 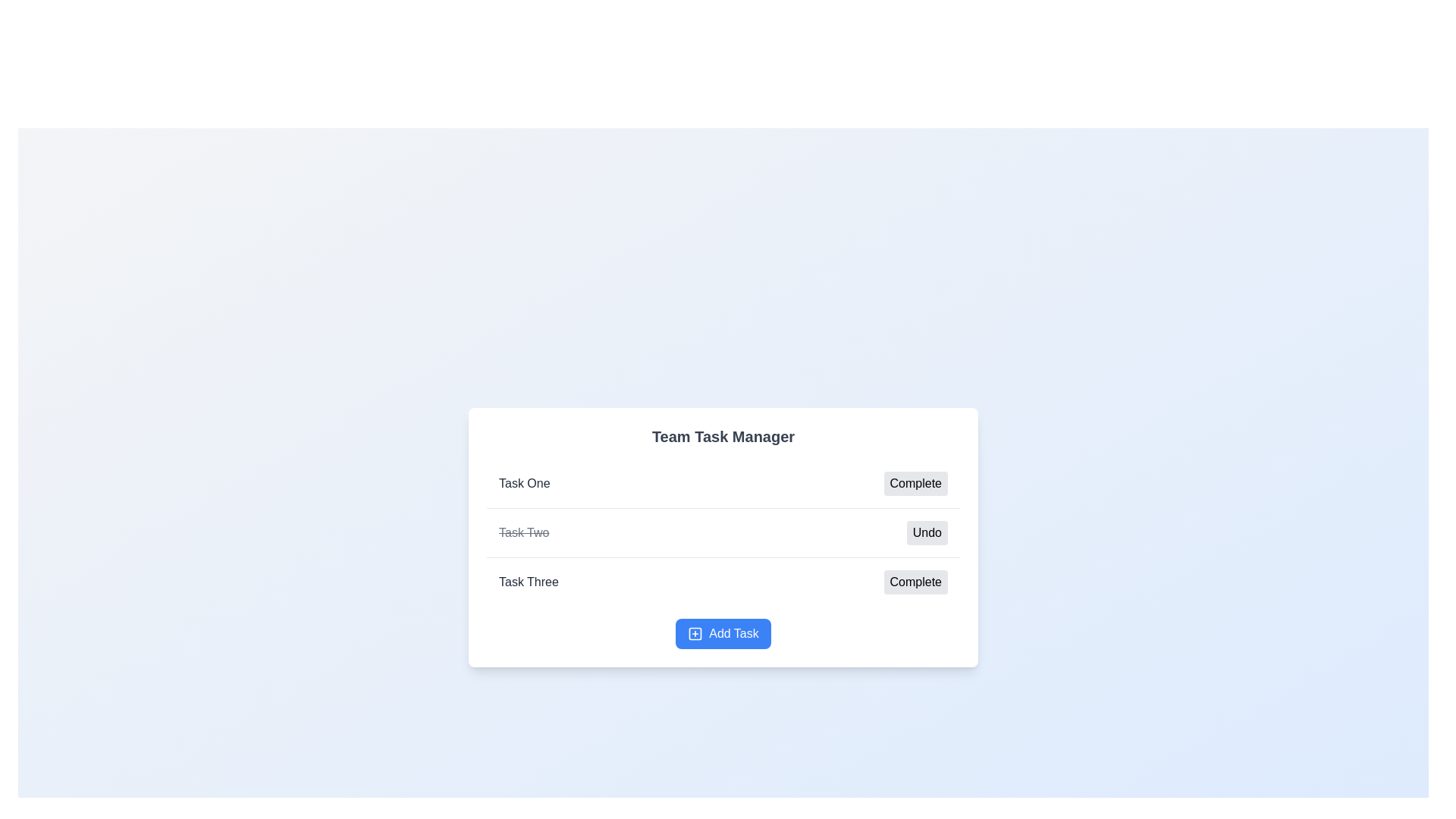 What do you see at coordinates (524, 483) in the screenshot?
I see `the task Task One from the list` at bounding box center [524, 483].